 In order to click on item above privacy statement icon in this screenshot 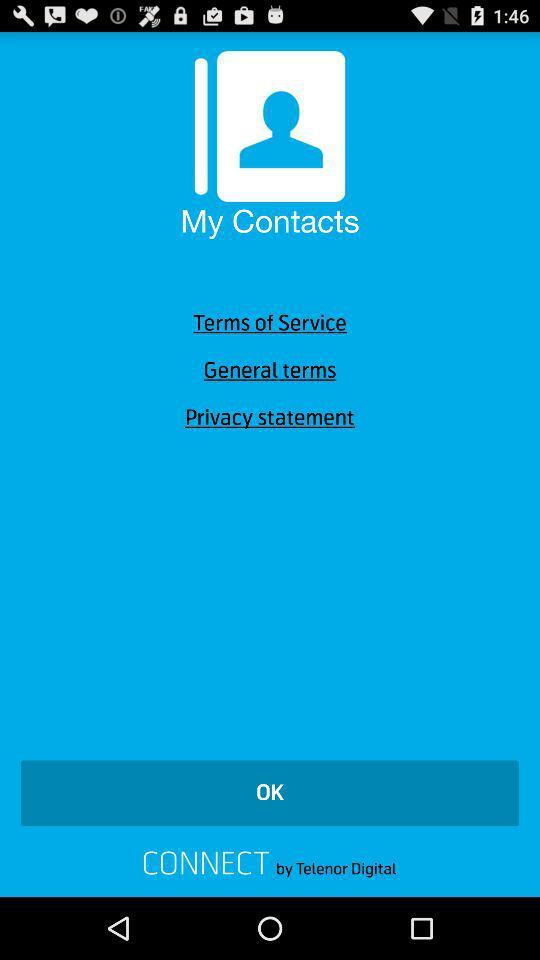, I will do `click(270, 369)`.